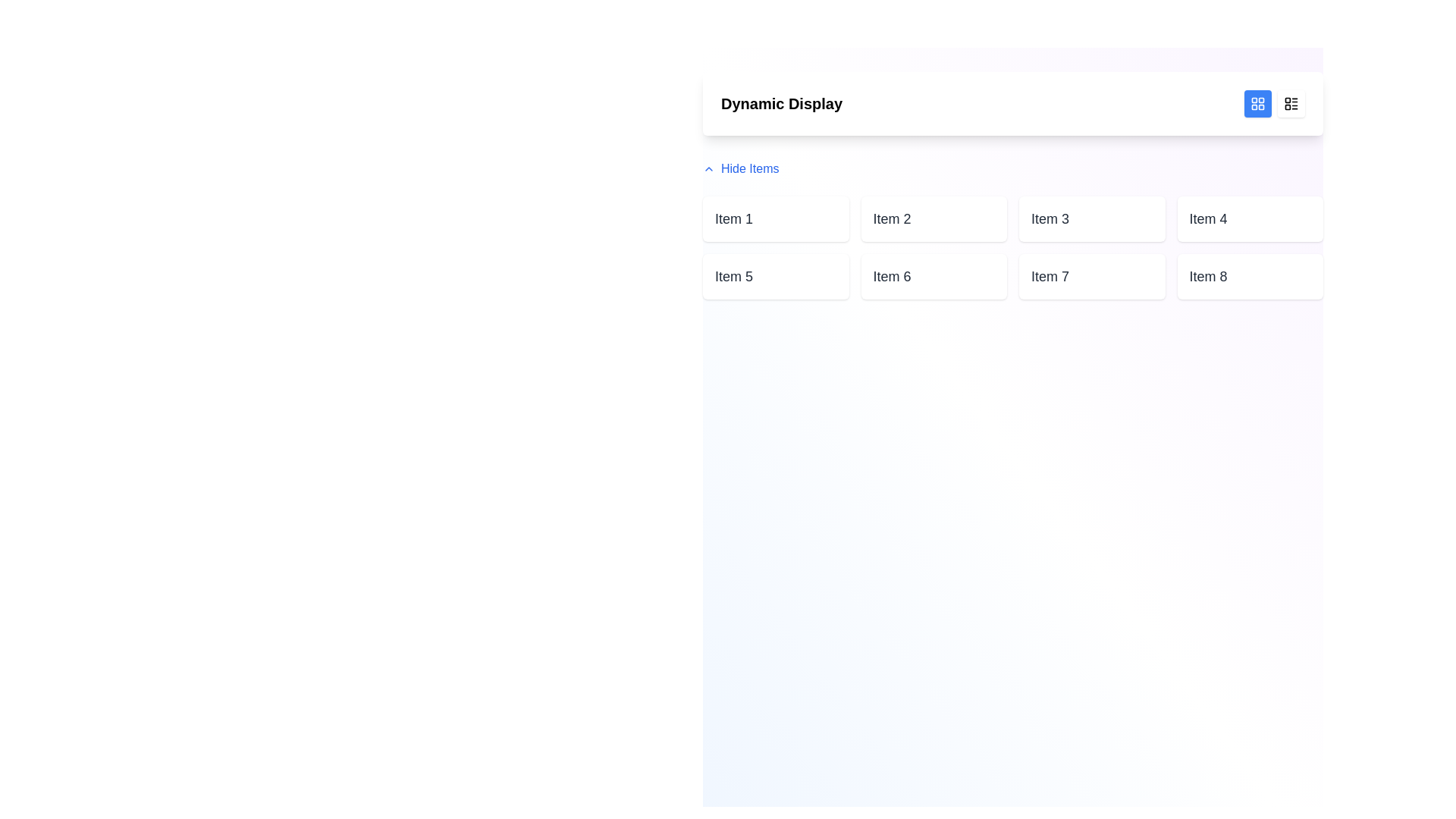  What do you see at coordinates (933, 219) in the screenshot?
I see `the non-interactive Display card located in the first row and second column of the grid layout, which provides information and is adjacent to 'Item 1' on the left and 'Item 3' on the right` at bounding box center [933, 219].